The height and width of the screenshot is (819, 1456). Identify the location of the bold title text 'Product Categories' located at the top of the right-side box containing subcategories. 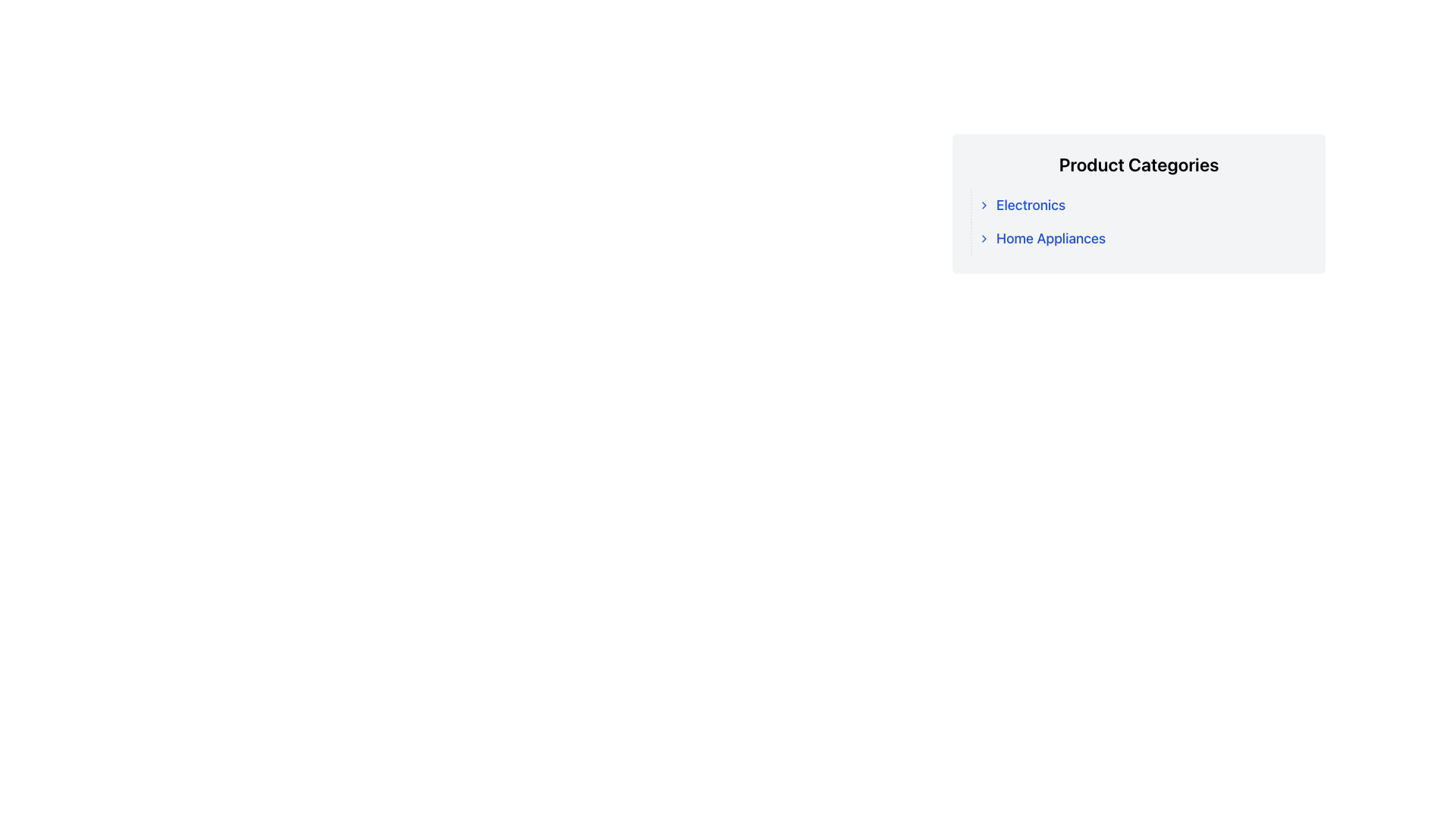
(1139, 164).